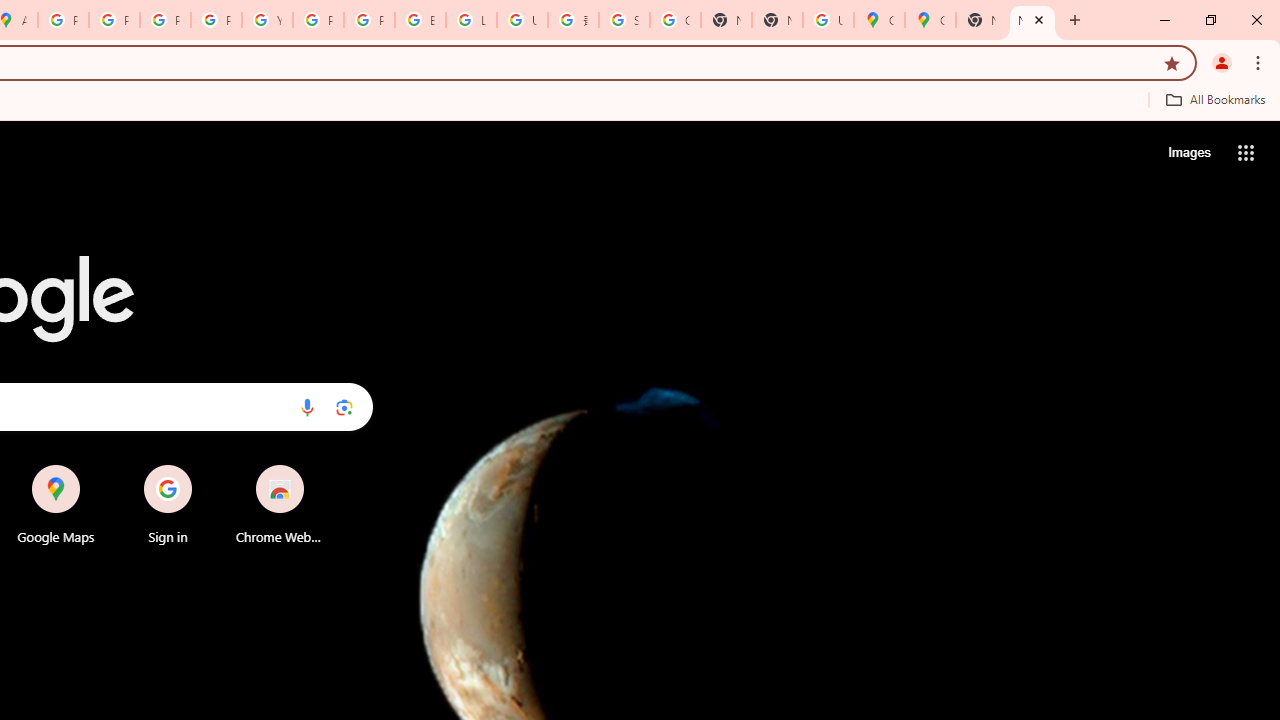 The width and height of the screenshot is (1280, 720). Describe the element at coordinates (266, 20) in the screenshot. I see `'YouTube'` at that location.